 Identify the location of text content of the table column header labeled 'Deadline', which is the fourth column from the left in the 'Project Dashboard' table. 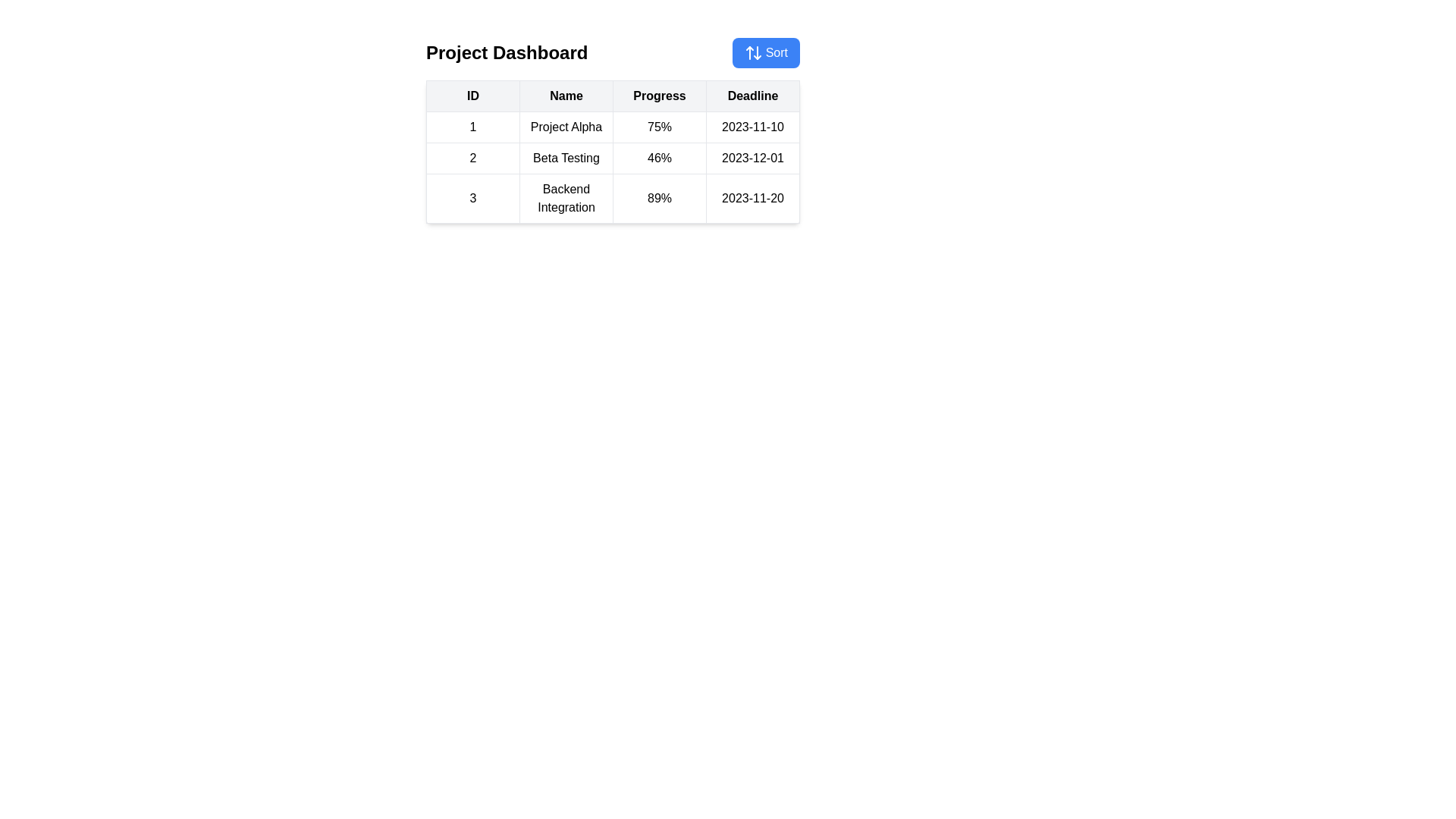
(753, 96).